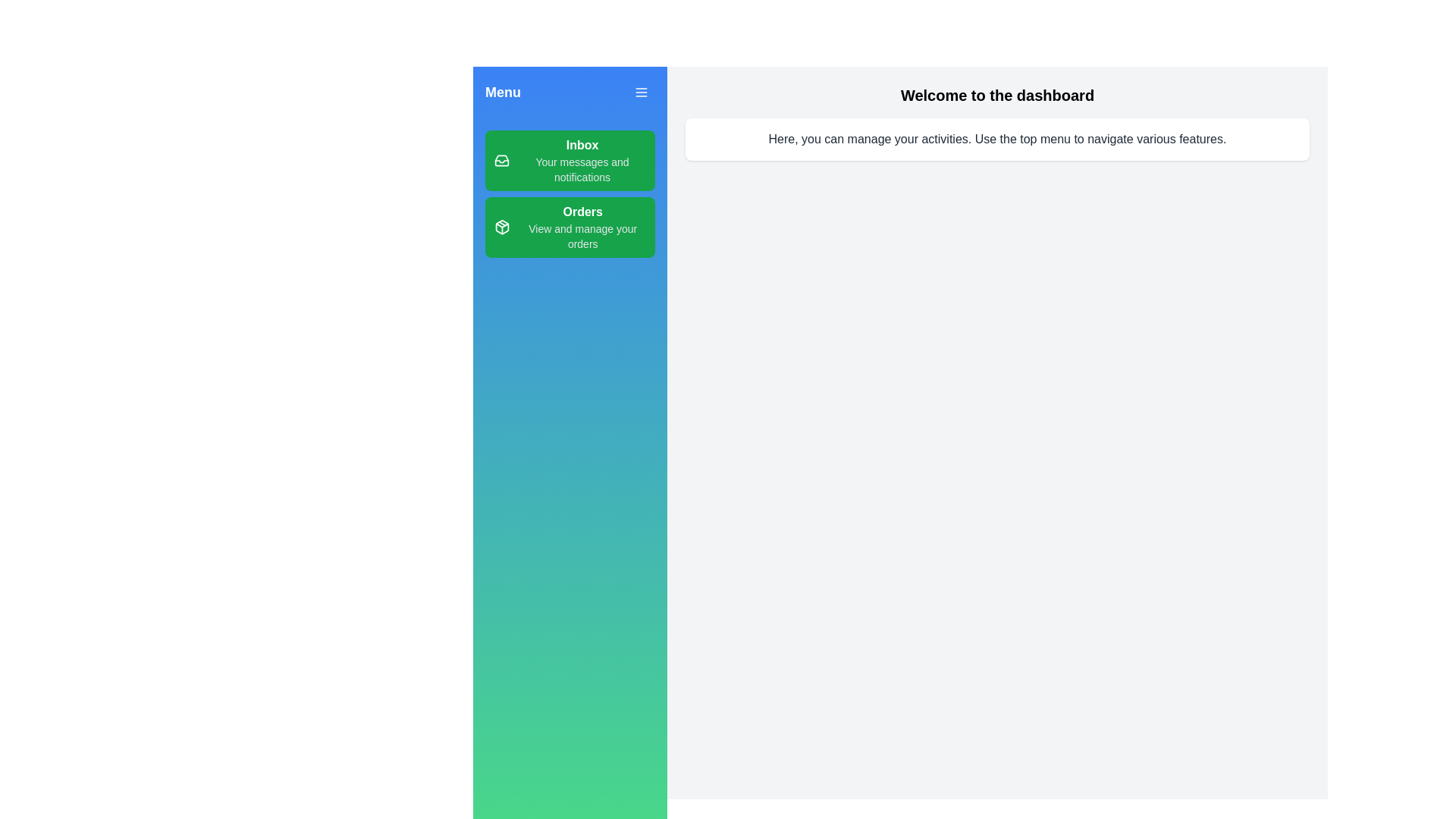  Describe the element at coordinates (641, 93) in the screenshot. I see `the drawer toggle button to toggle the drawer open or closed` at that location.